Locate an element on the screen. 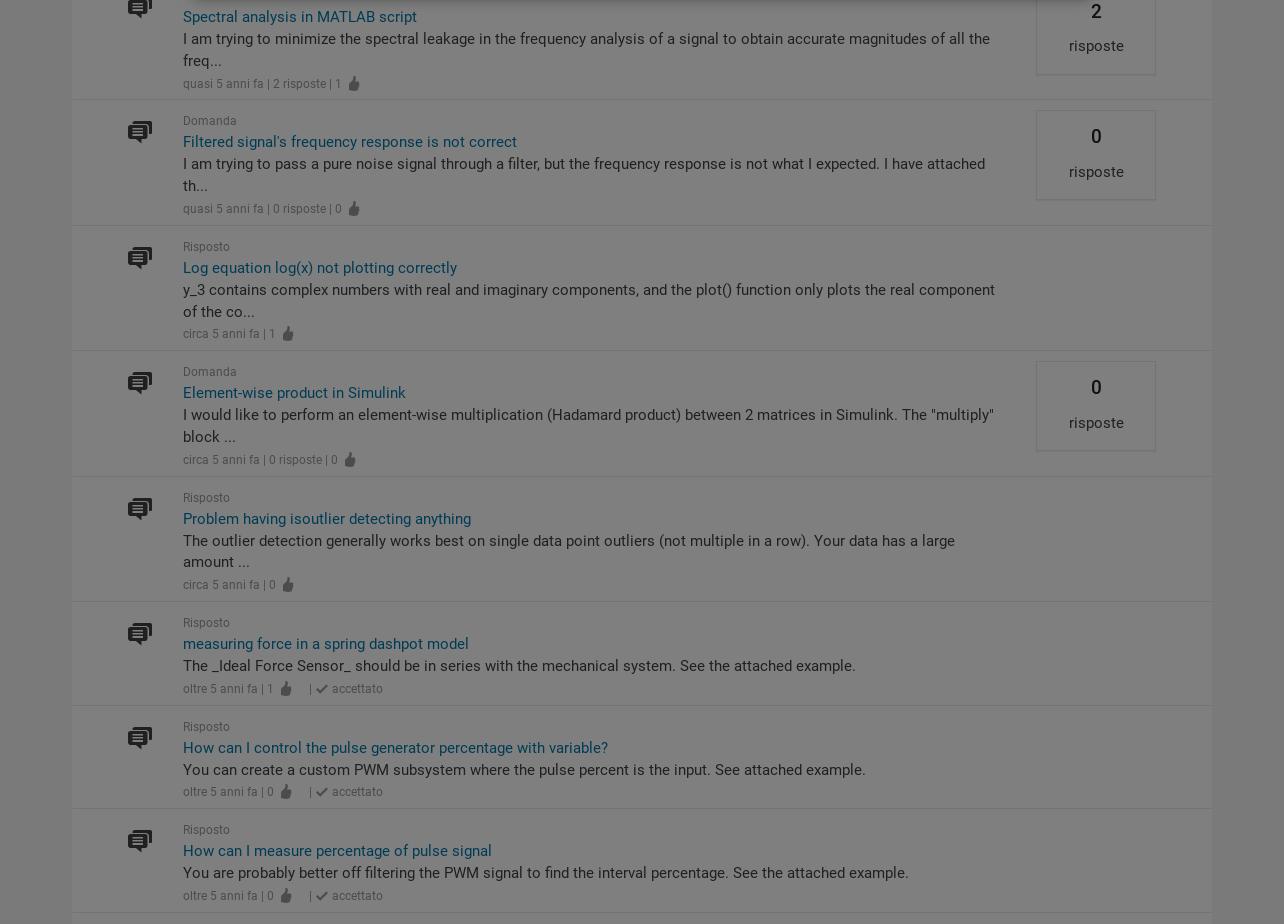 This screenshot has width=1284, height=924. 'I am trying to pass a pure noise signal through a filter, but the frequency response is not what I expected.  I have attached th...' is located at coordinates (581, 175).